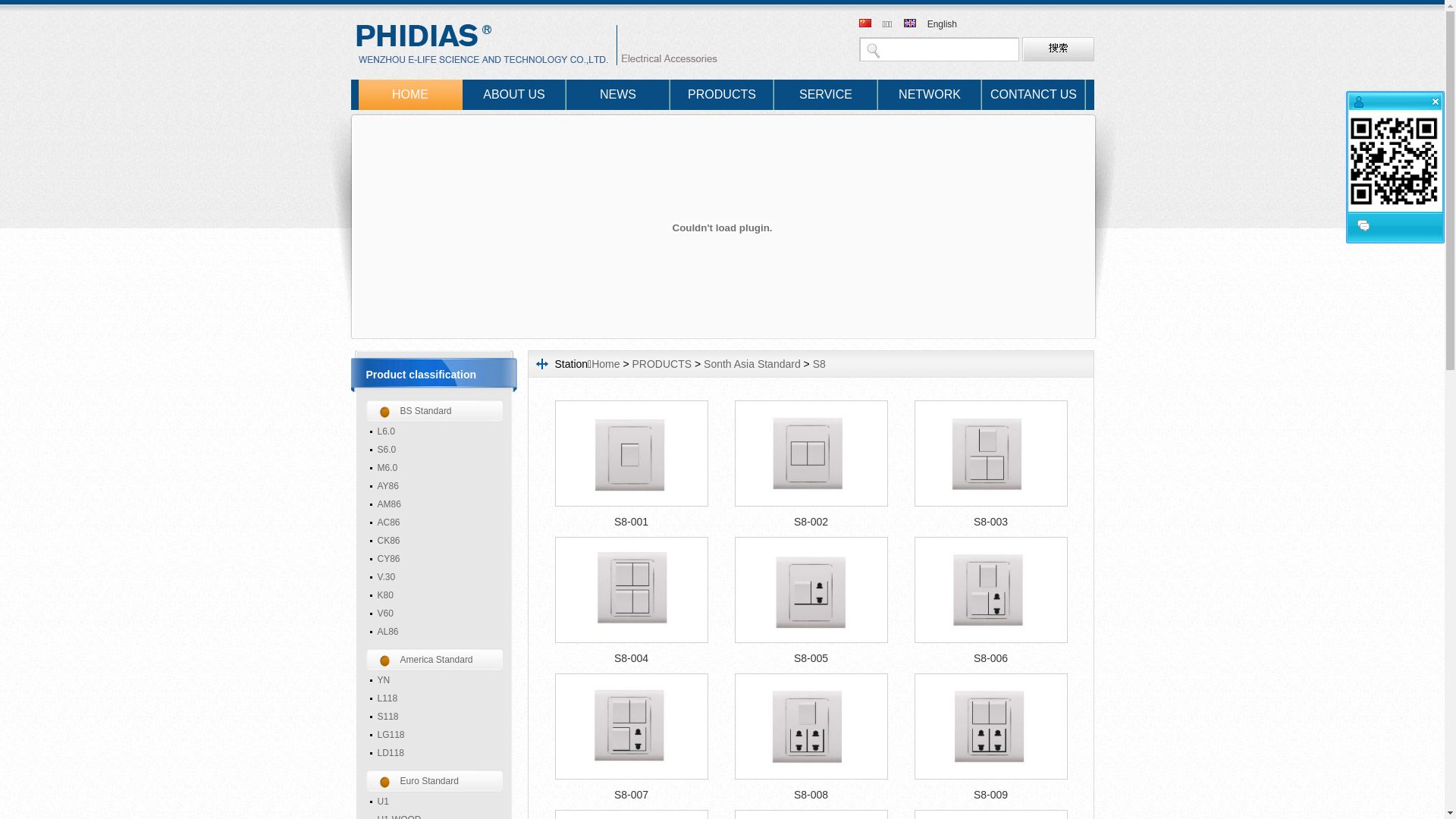 The height and width of the screenshot is (819, 1456). Describe the element at coordinates (435, 504) in the screenshot. I see `'AM86'` at that location.